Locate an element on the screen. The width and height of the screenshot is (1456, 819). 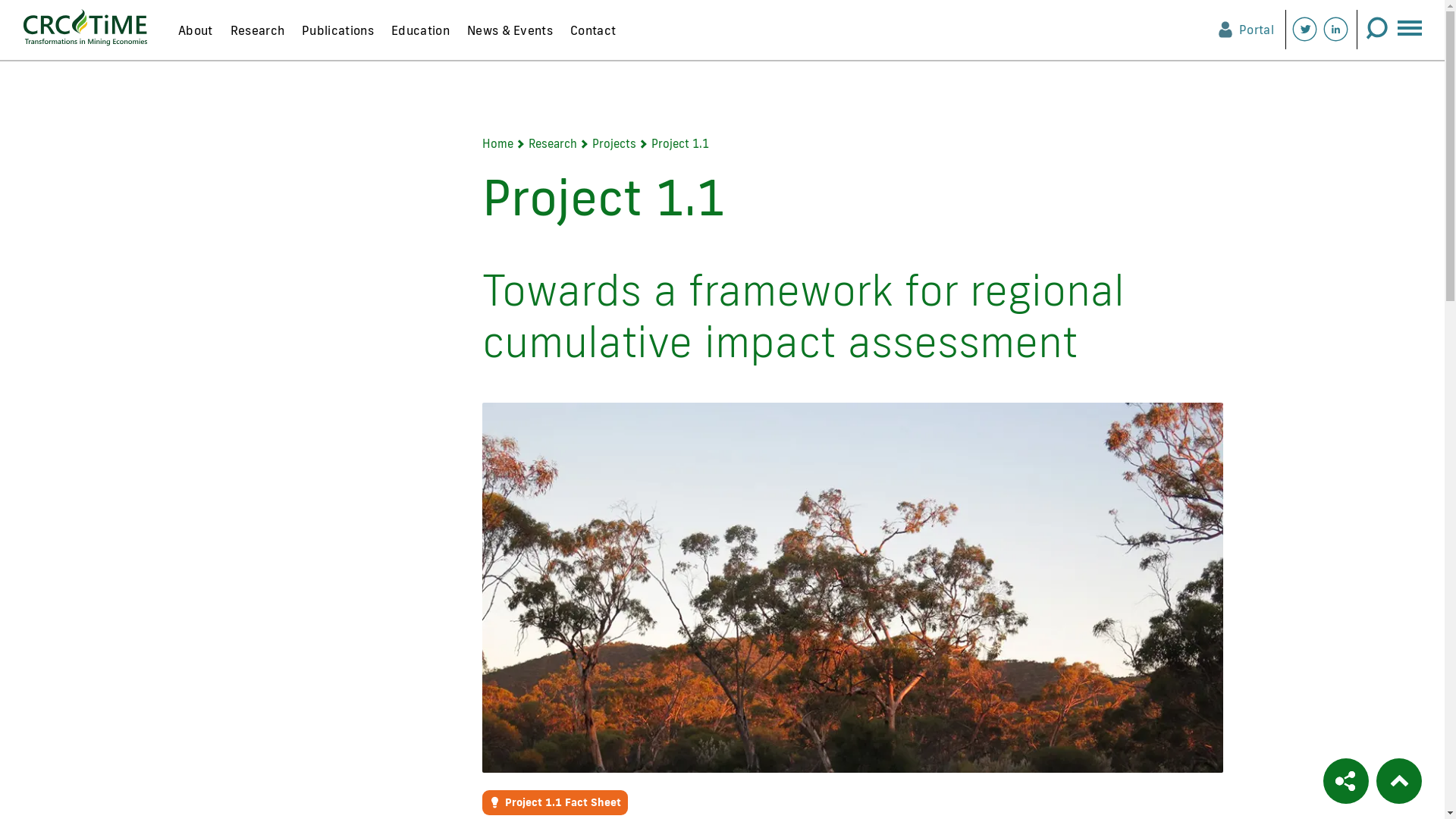
'About' is located at coordinates (171, 37).